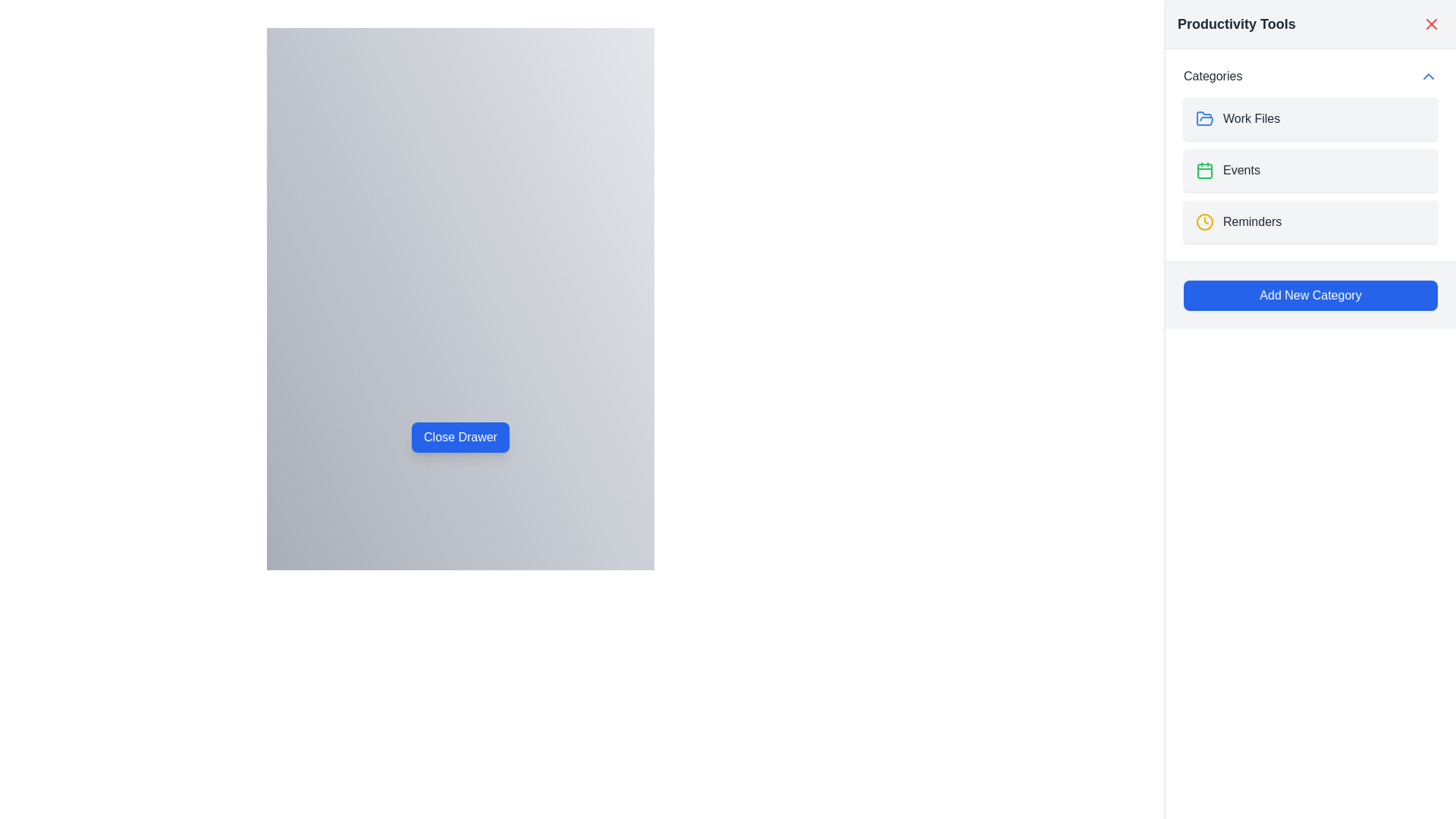 The width and height of the screenshot is (1456, 819). Describe the element at coordinates (1430, 24) in the screenshot. I see `the red-colored cross icon button in the top-right corner of the 'Productivity Tools' sidebar` at that location.